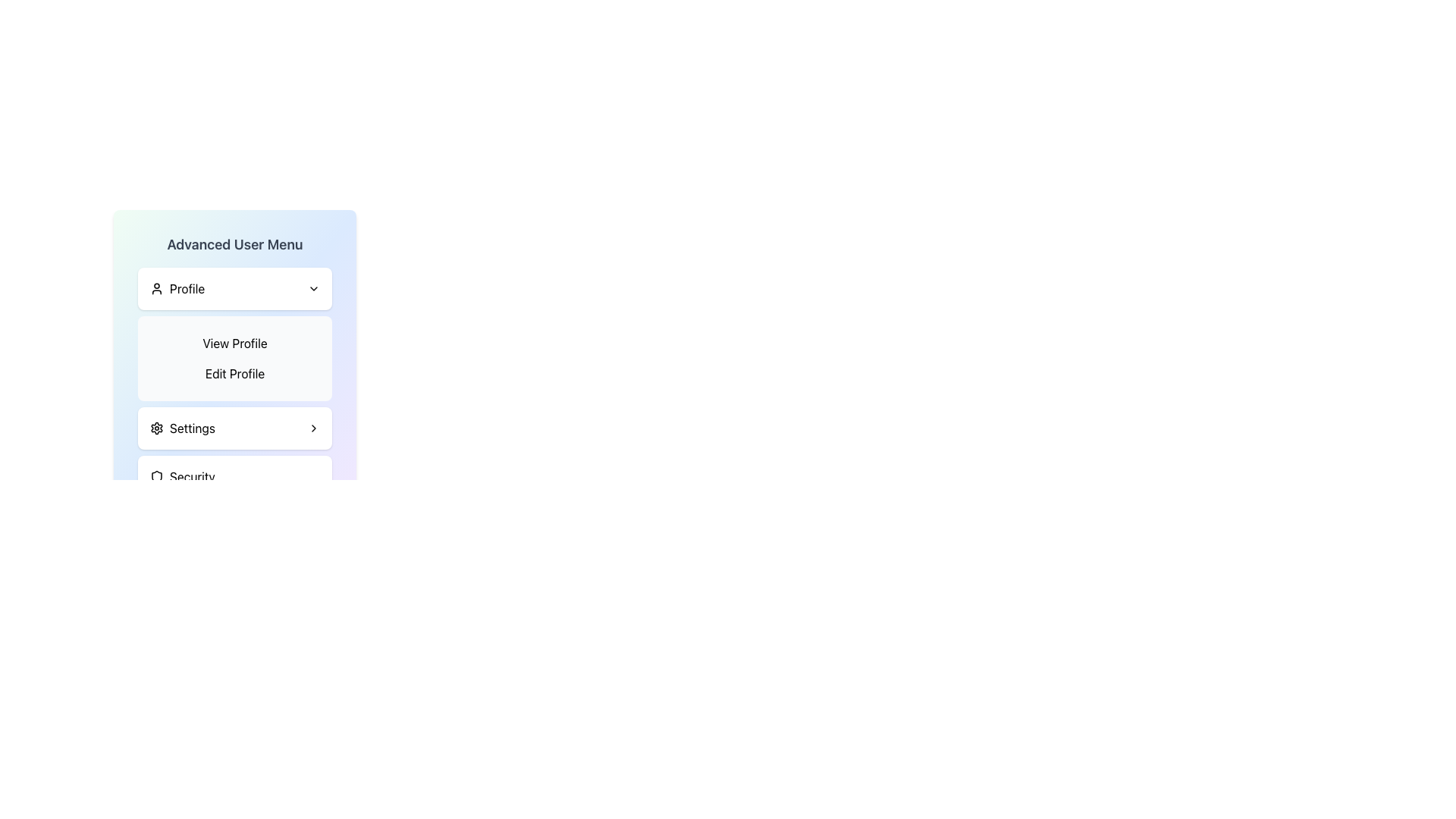  I want to click on the settings button located in the Advanced User Menu, which is the third option below 'View Profile' and 'Edit Profile', so click(182, 428).